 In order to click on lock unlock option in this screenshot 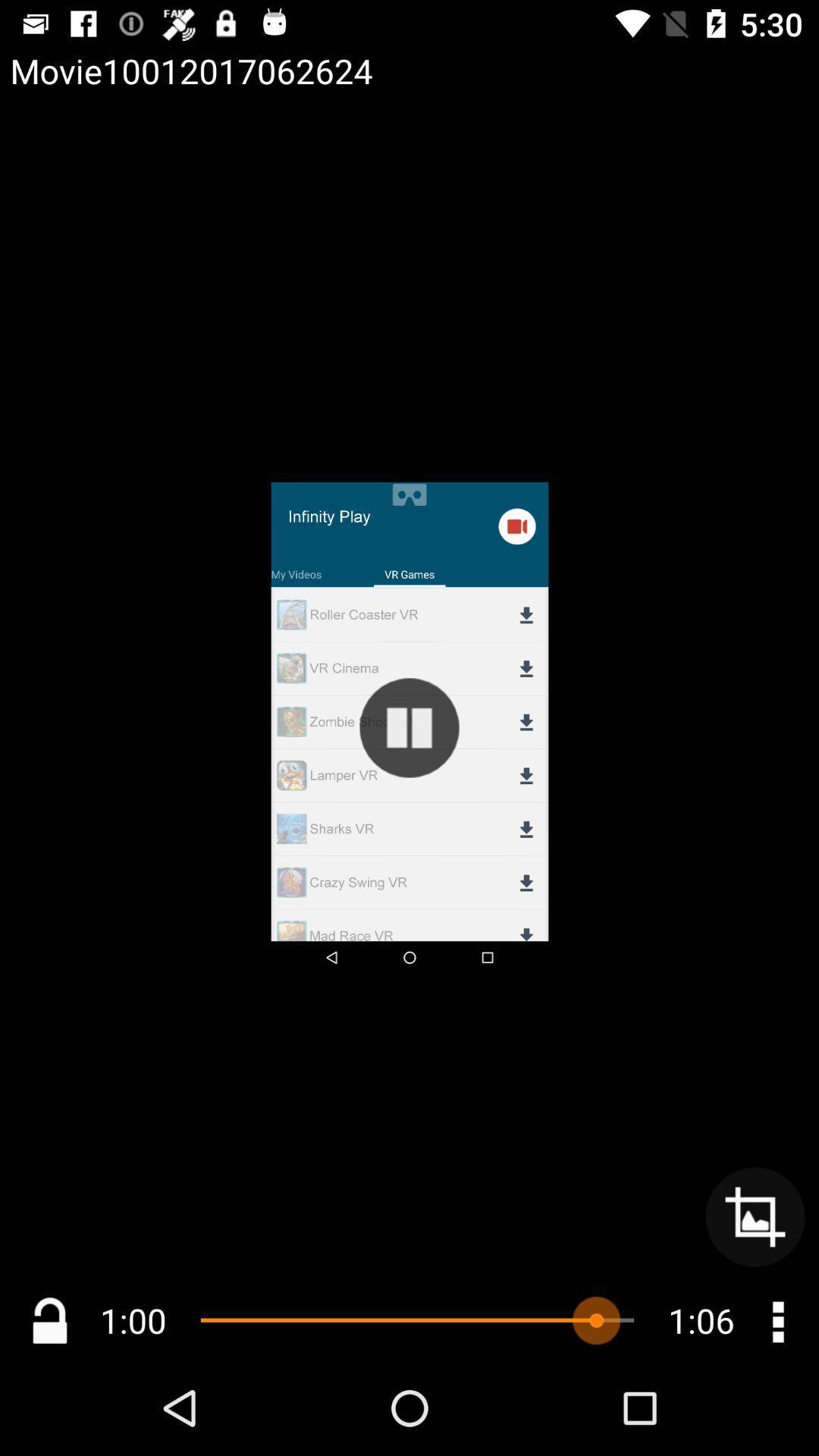, I will do `click(49, 1319)`.